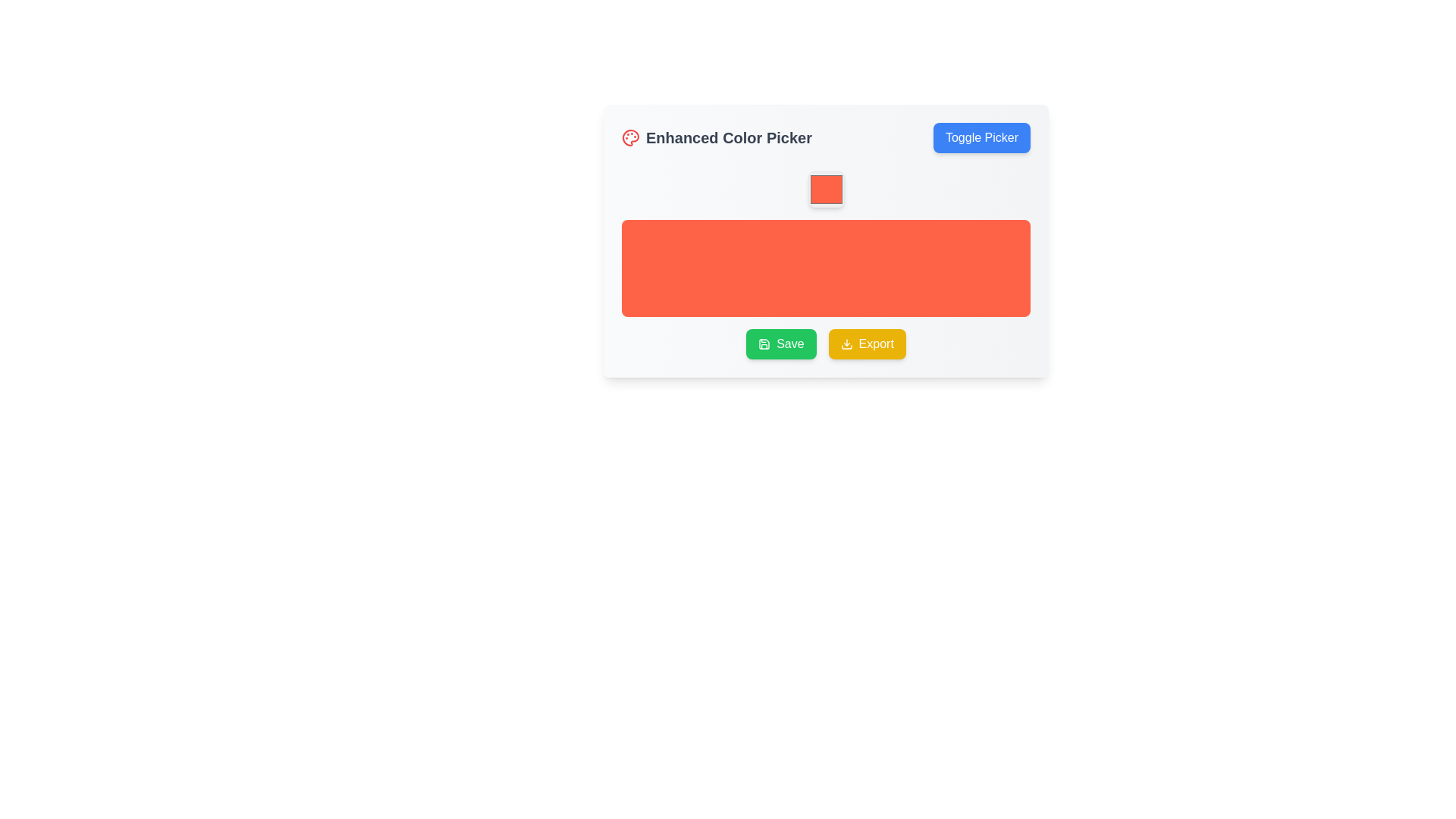  Describe the element at coordinates (825, 189) in the screenshot. I see `the red-orange color tile with a rounded border and shadow effect` at that location.